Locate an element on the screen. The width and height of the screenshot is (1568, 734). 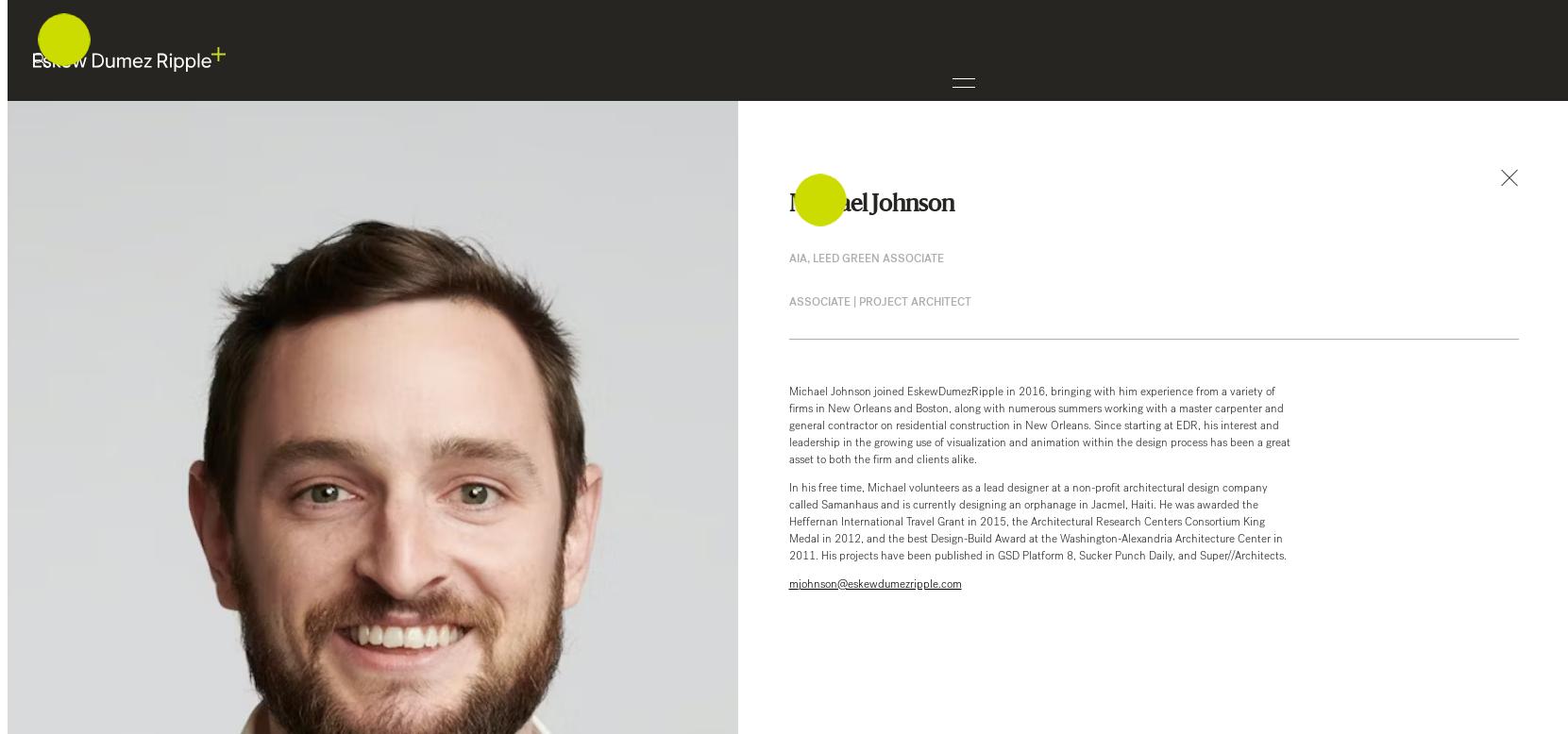
'Research and Innovation' is located at coordinates (150, 236).